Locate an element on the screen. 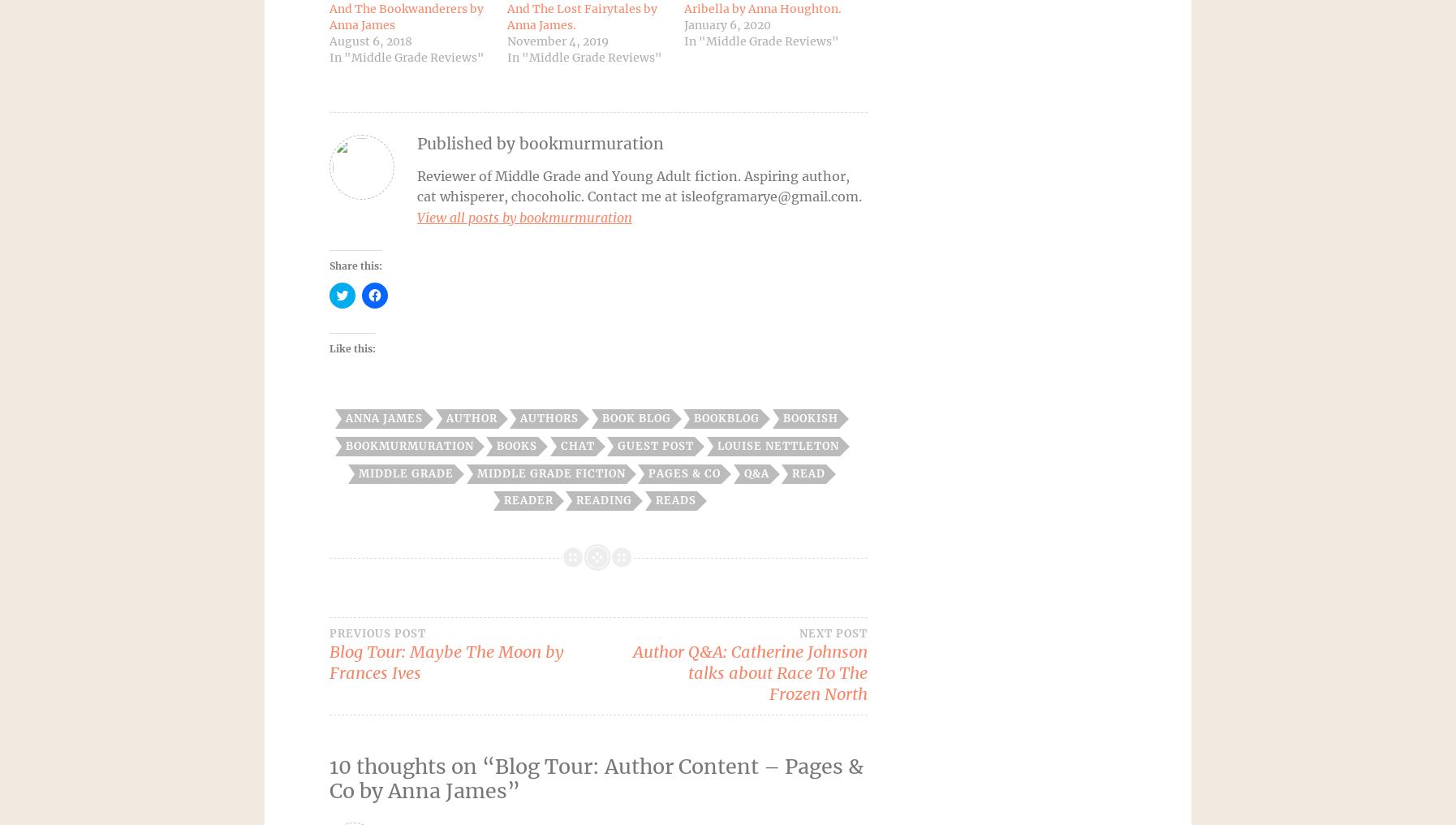  'reader' is located at coordinates (528, 500).